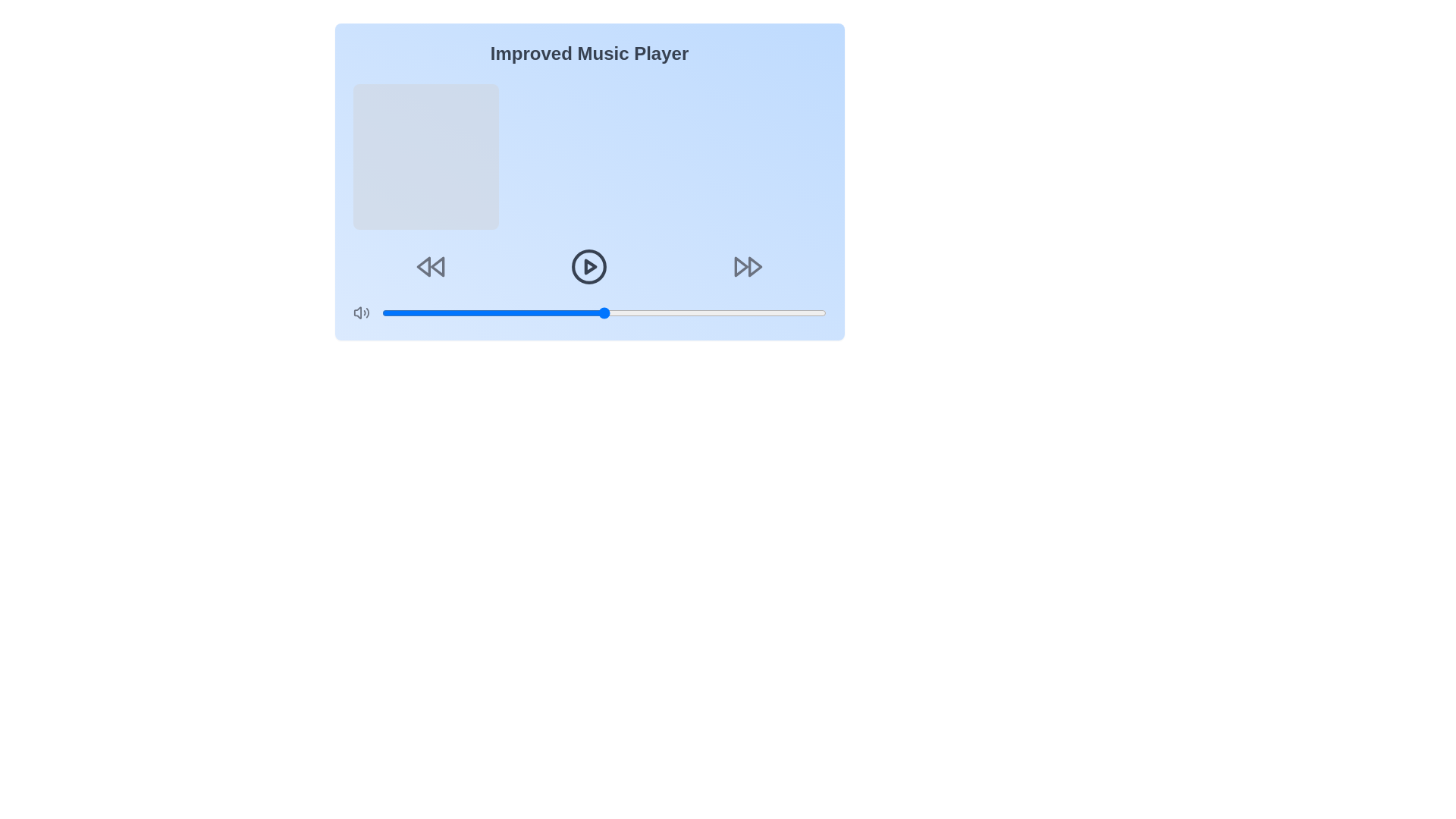 The image size is (1456, 819). Describe the element at coordinates (429, 265) in the screenshot. I see `the rewind button, which is the first control in a row of media playback buttons at the bottom of the music player interface` at that location.